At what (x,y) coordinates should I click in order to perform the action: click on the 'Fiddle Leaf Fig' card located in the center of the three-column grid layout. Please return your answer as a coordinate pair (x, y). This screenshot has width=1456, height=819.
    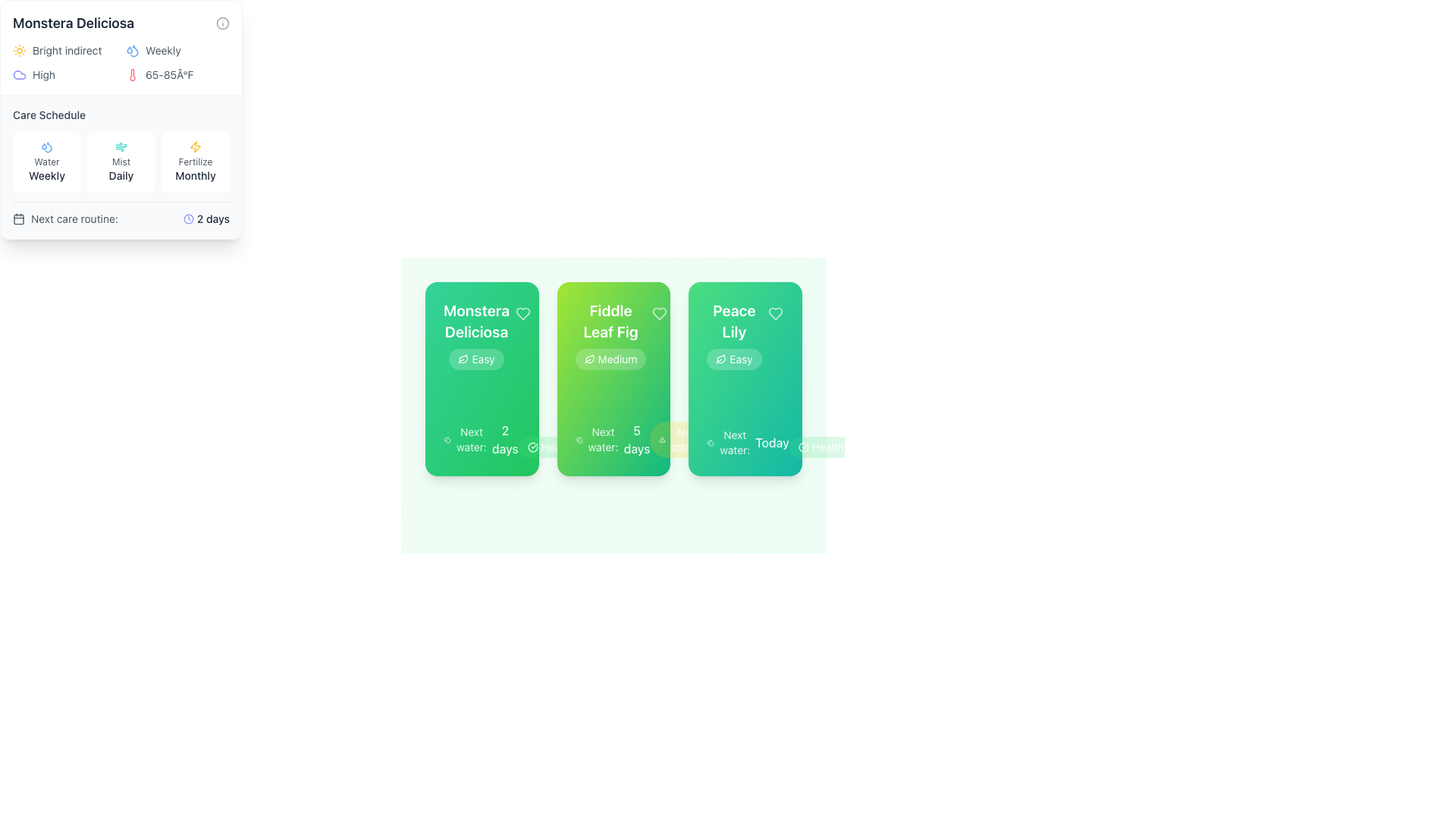
    Looking at the image, I should click on (613, 378).